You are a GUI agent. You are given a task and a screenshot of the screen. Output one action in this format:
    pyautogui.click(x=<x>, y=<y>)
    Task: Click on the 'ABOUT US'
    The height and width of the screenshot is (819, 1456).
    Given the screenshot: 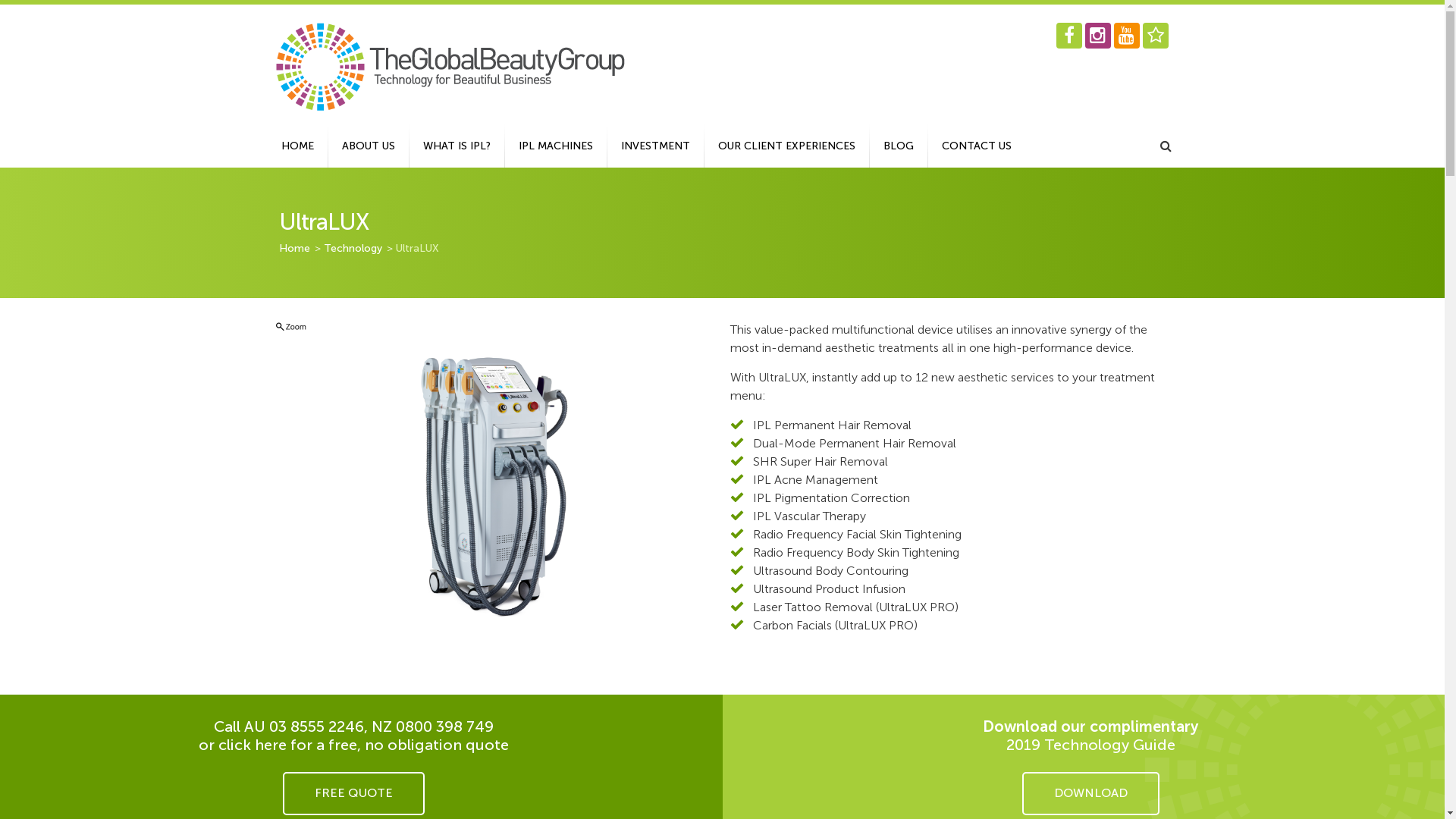 What is the action you would take?
    pyautogui.click(x=327, y=146)
    